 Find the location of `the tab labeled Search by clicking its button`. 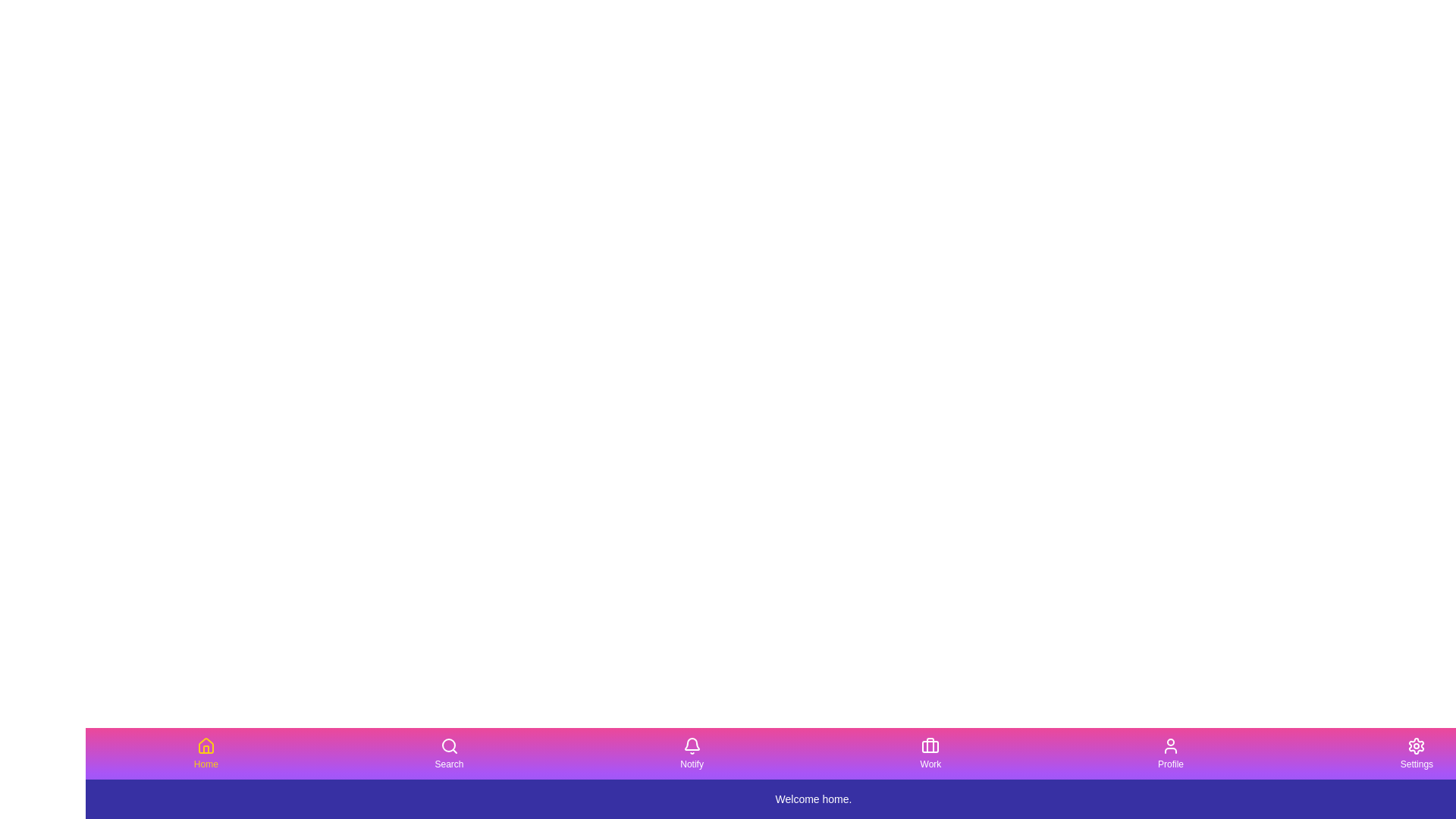

the tab labeled Search by clicking its button is located at coordinates (447, 754).